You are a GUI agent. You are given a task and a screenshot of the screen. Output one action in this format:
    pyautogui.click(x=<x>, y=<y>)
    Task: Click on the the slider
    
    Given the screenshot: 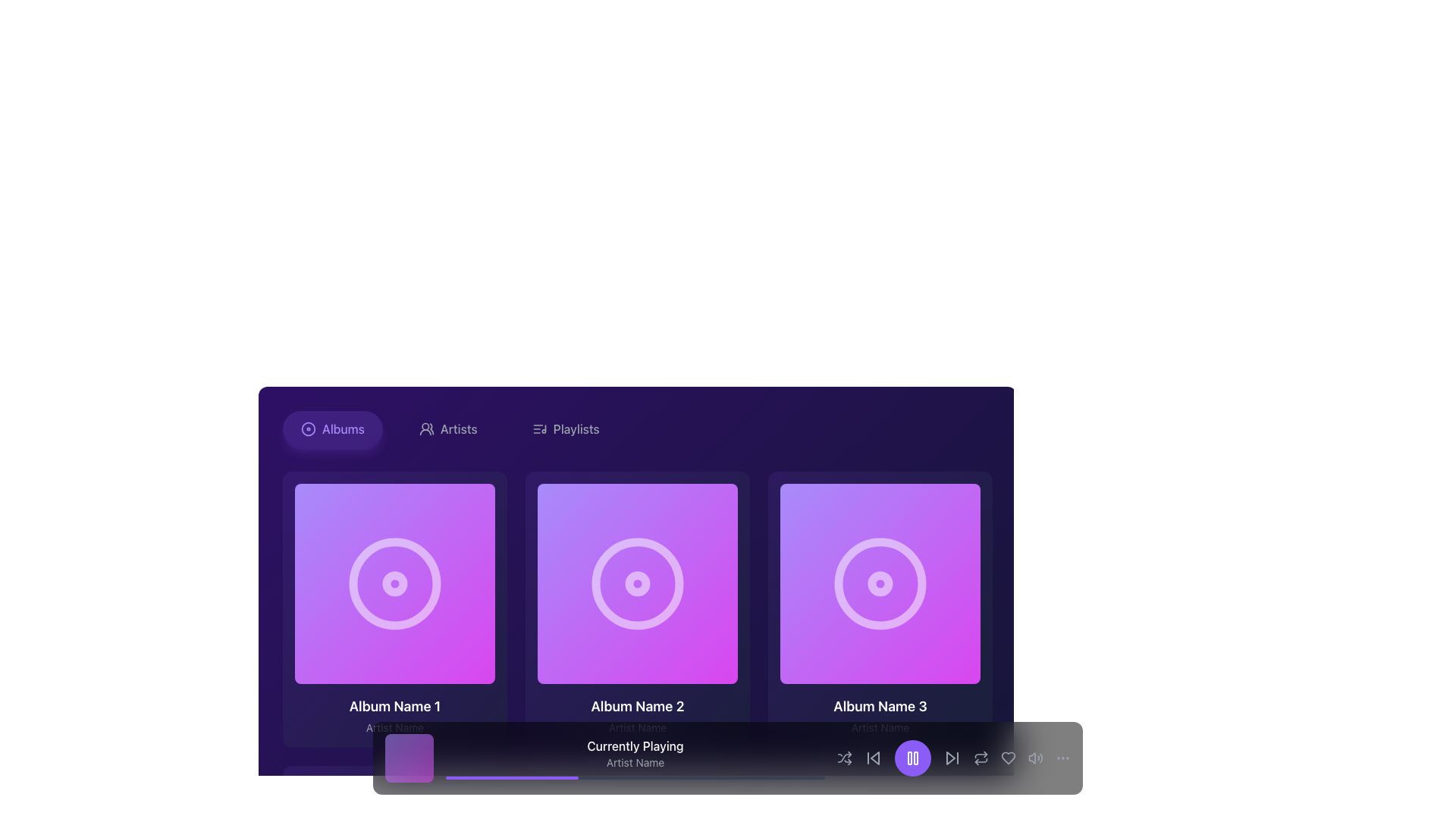 What is the action you would take?
    pyautogui.click(x=548, y=778)
    